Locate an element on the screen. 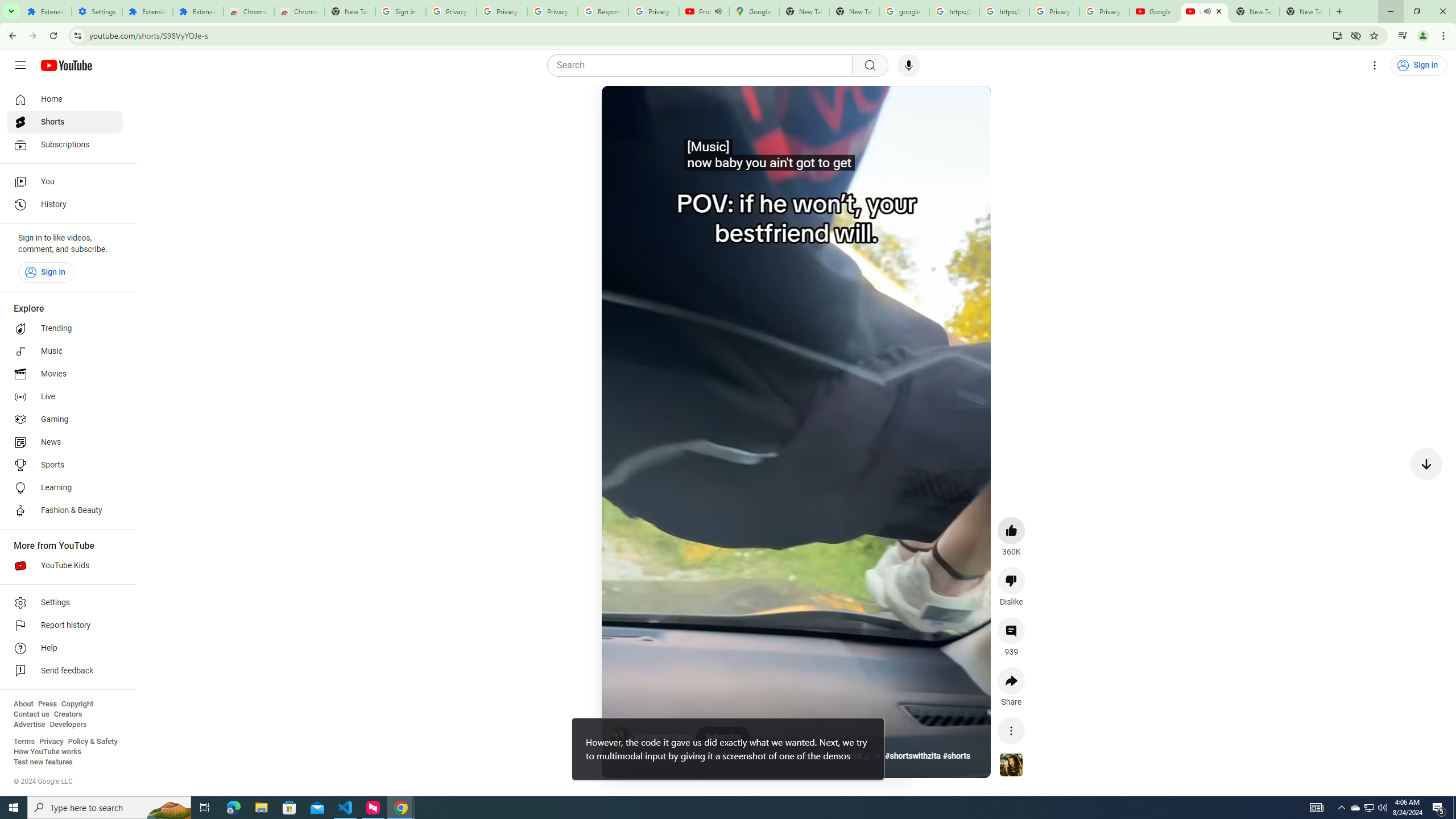 The height and width of the screenshot is (819, 1456). 'Sports' is located at coordinates (64, 464).